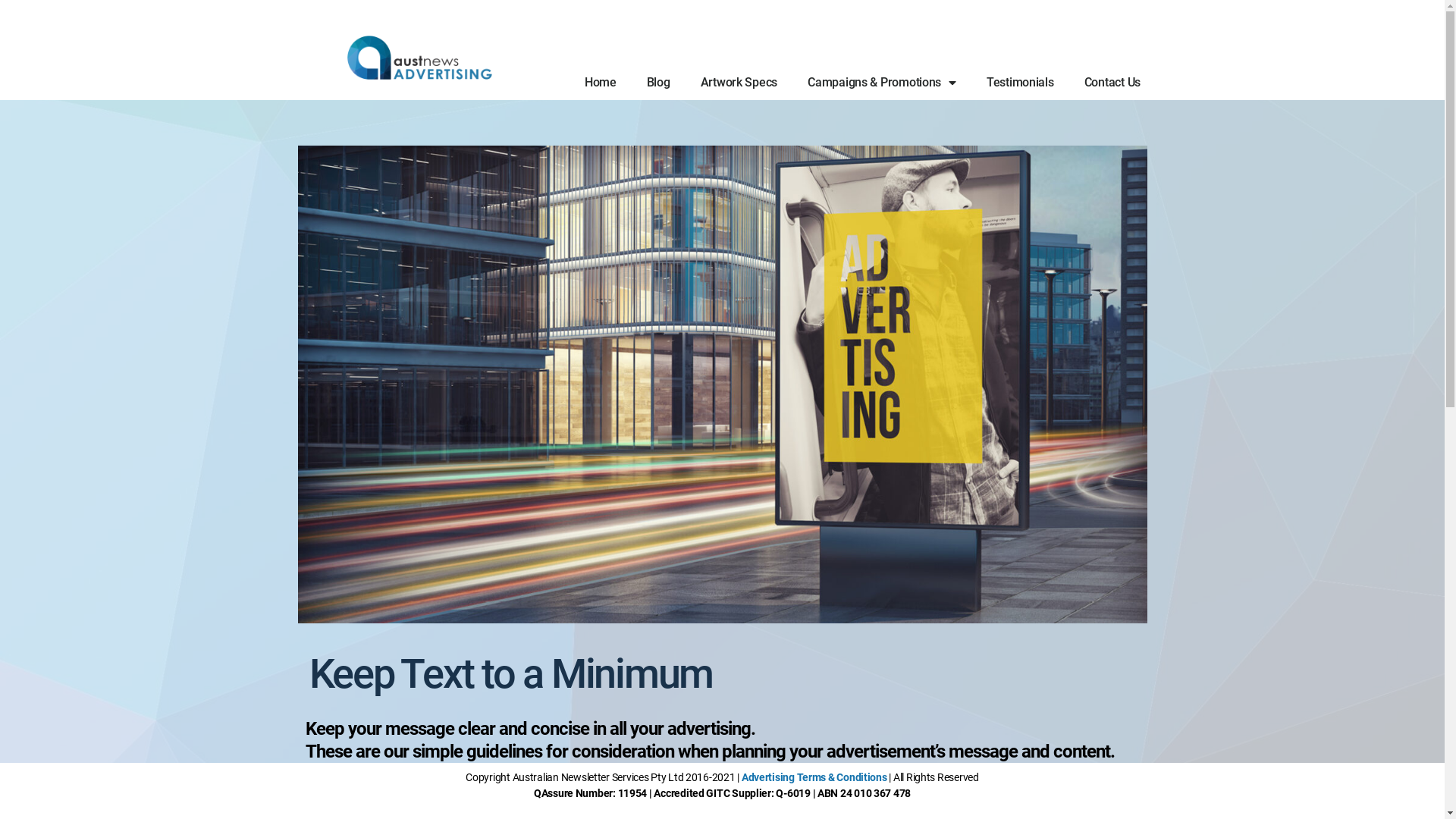 Image resolution: width=1456 pixels, height=819 pixels. Describe the element at coordinates (568, 82) in the screenshot. I see `'Home'` at that location.